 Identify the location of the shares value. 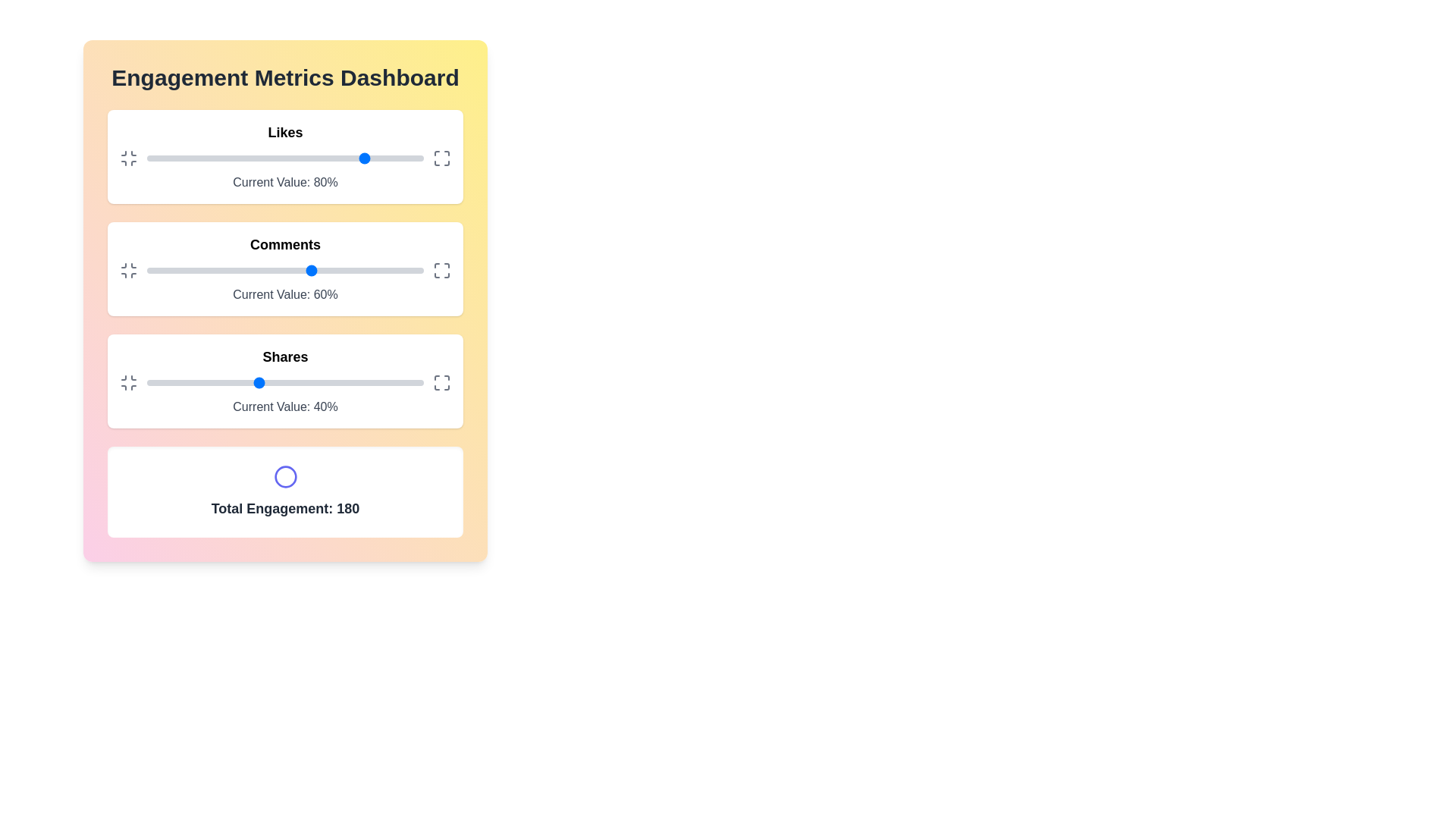
(177, 382).